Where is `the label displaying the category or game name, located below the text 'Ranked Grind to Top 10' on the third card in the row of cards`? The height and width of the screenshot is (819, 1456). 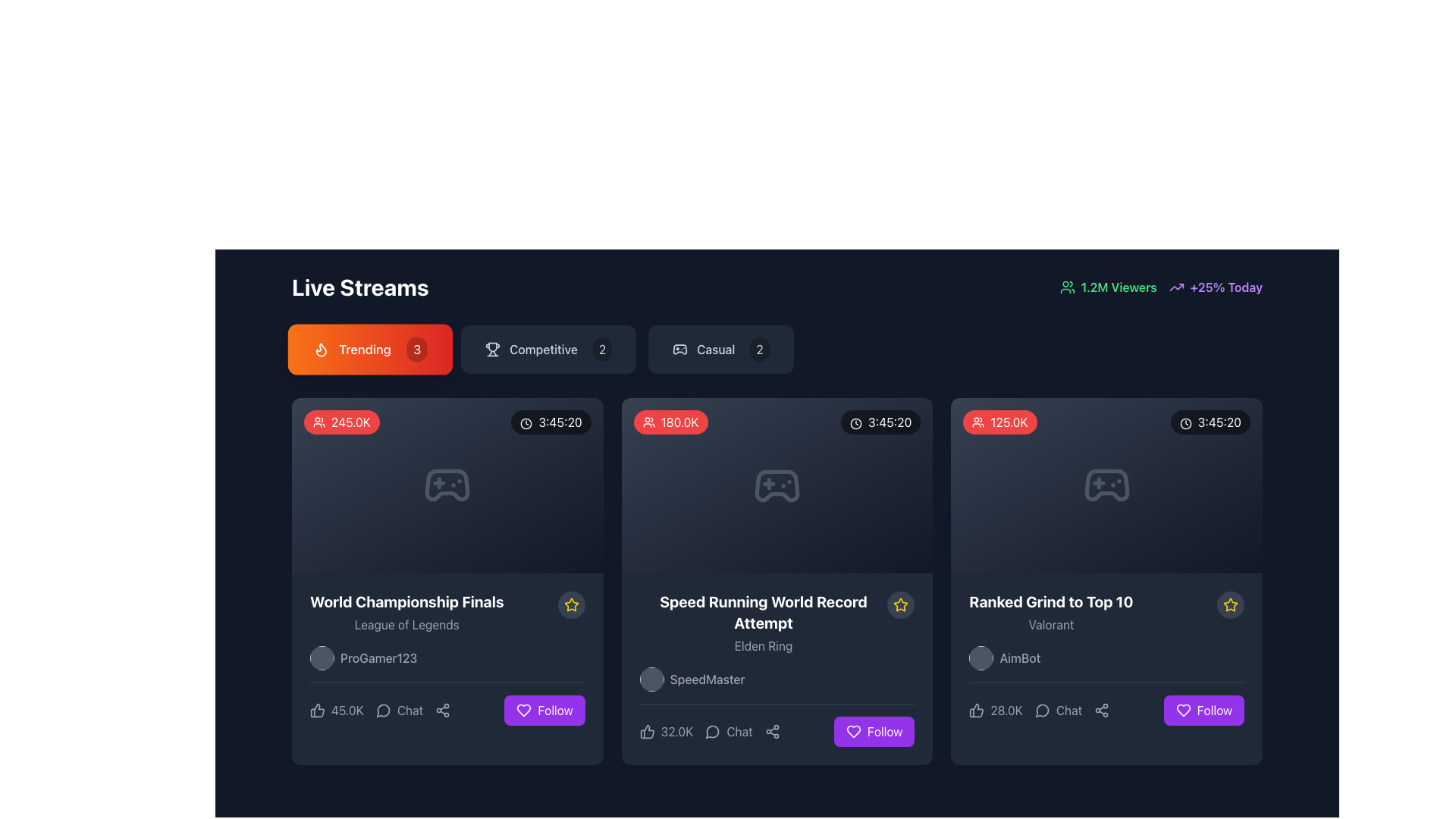 the label displaying the category or game name, located below the text 'Ranked Grind to Top 10' on the third card in the row of cards is located at coordinates (1050, 624).